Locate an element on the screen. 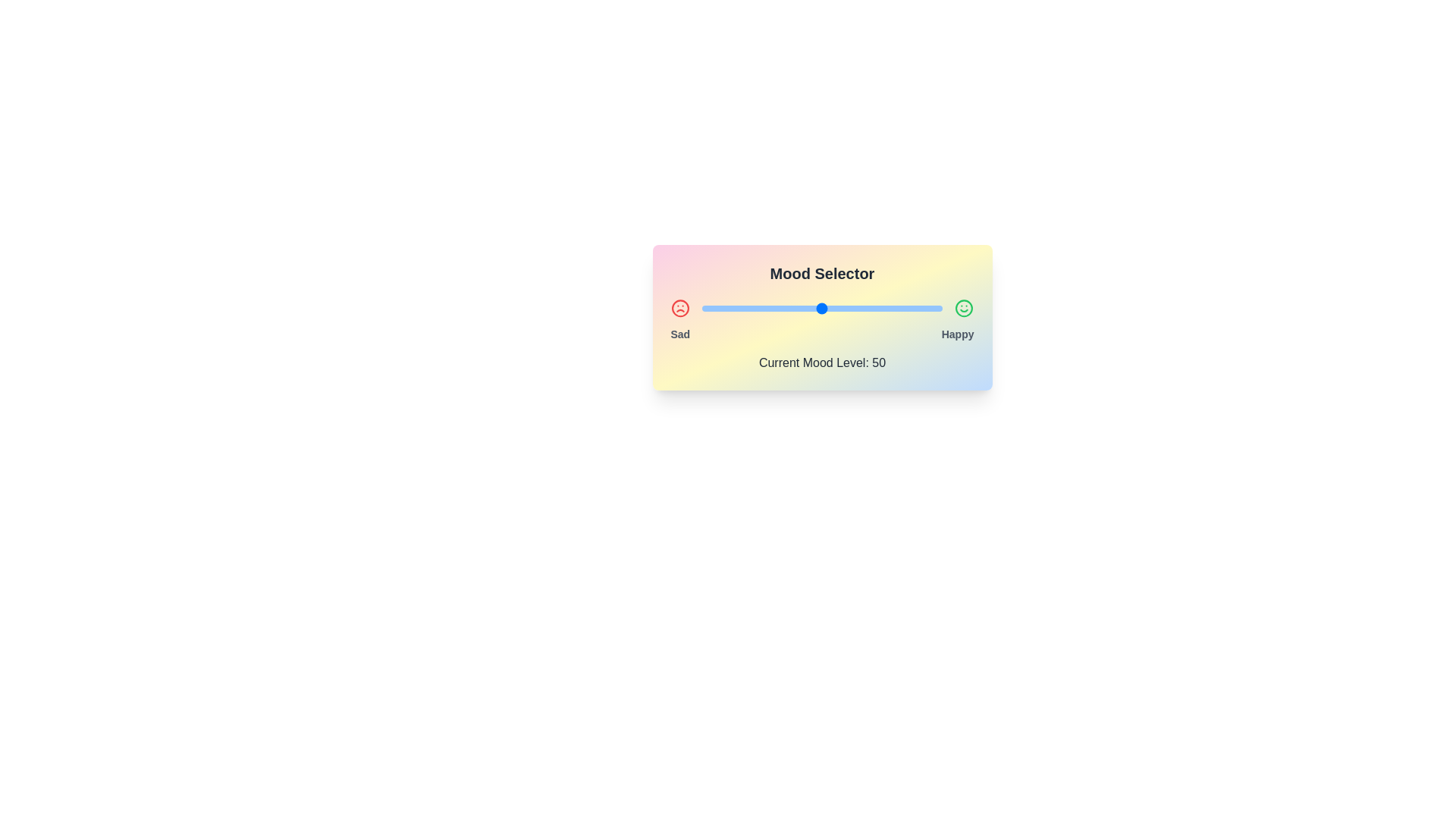 The width and height of the screenshot is (1456, 819). the mood level to 81 by interacting with the slider is located at coordinates (896, 308).